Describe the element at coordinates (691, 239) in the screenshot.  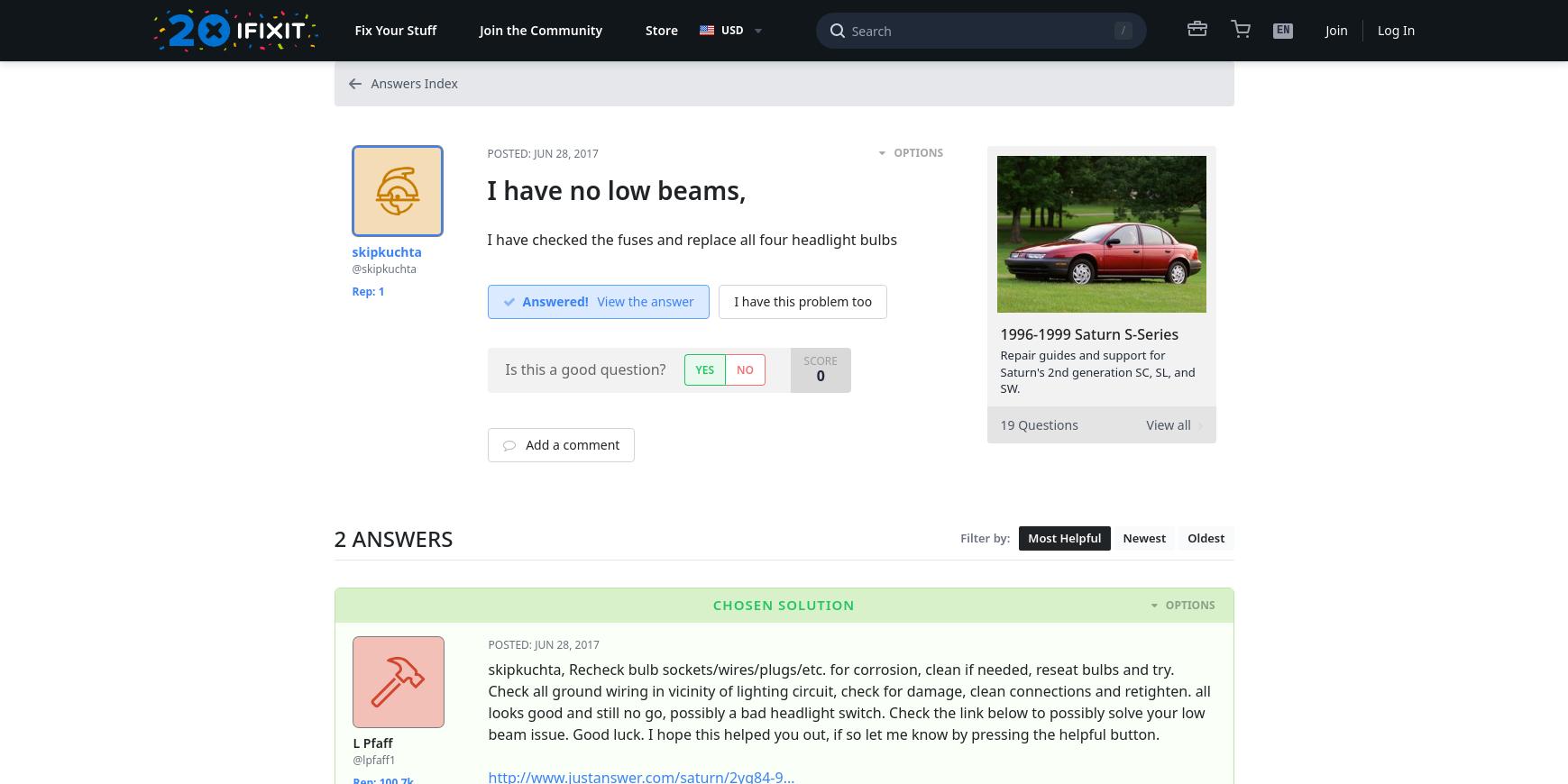
I see `'I have checked the fuses and replace all four headlight bulbs'` at that location.